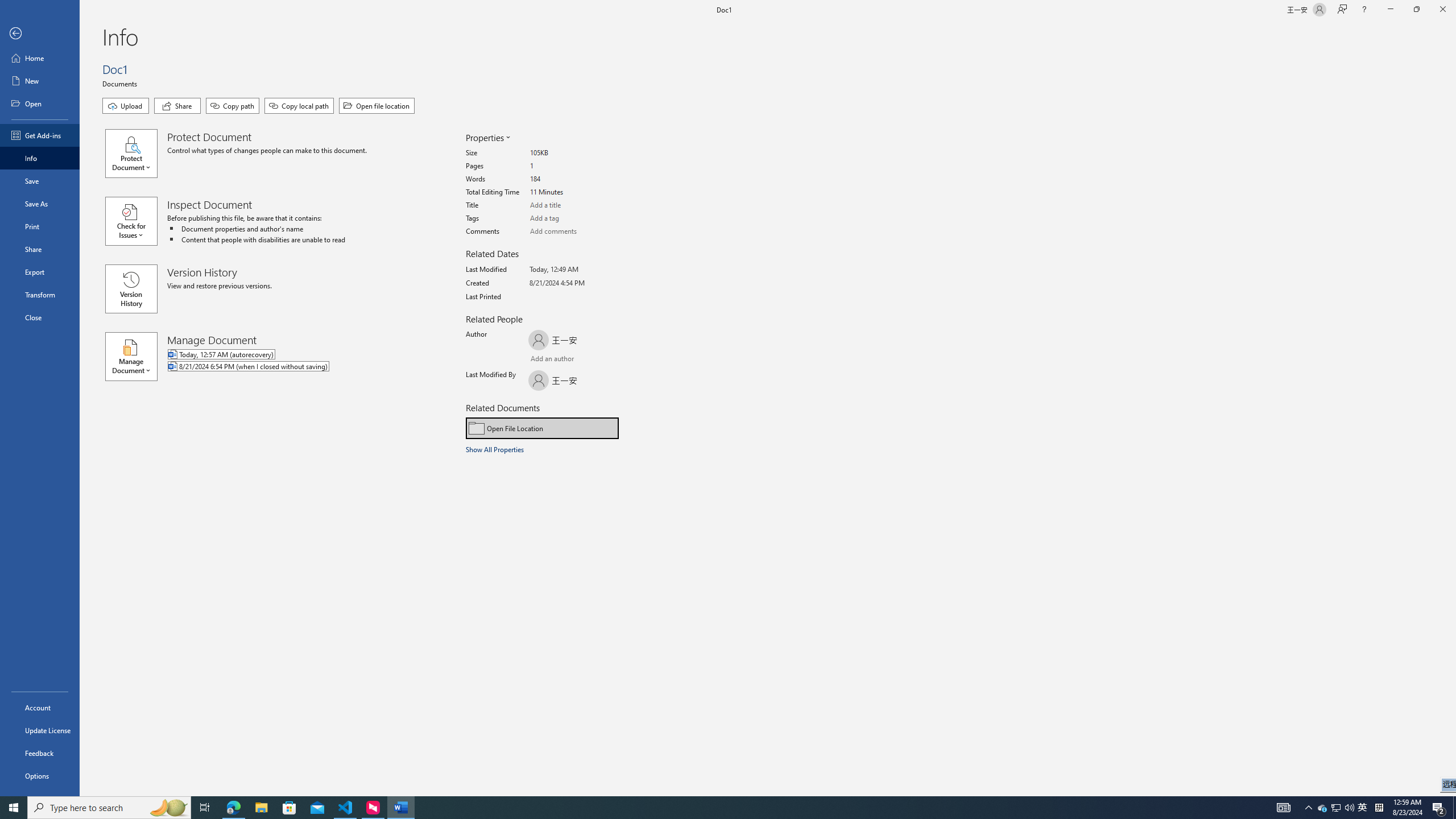 The width and height of the screenshot is (1456, 819). I want to click on 'Options', so click(39, 775).